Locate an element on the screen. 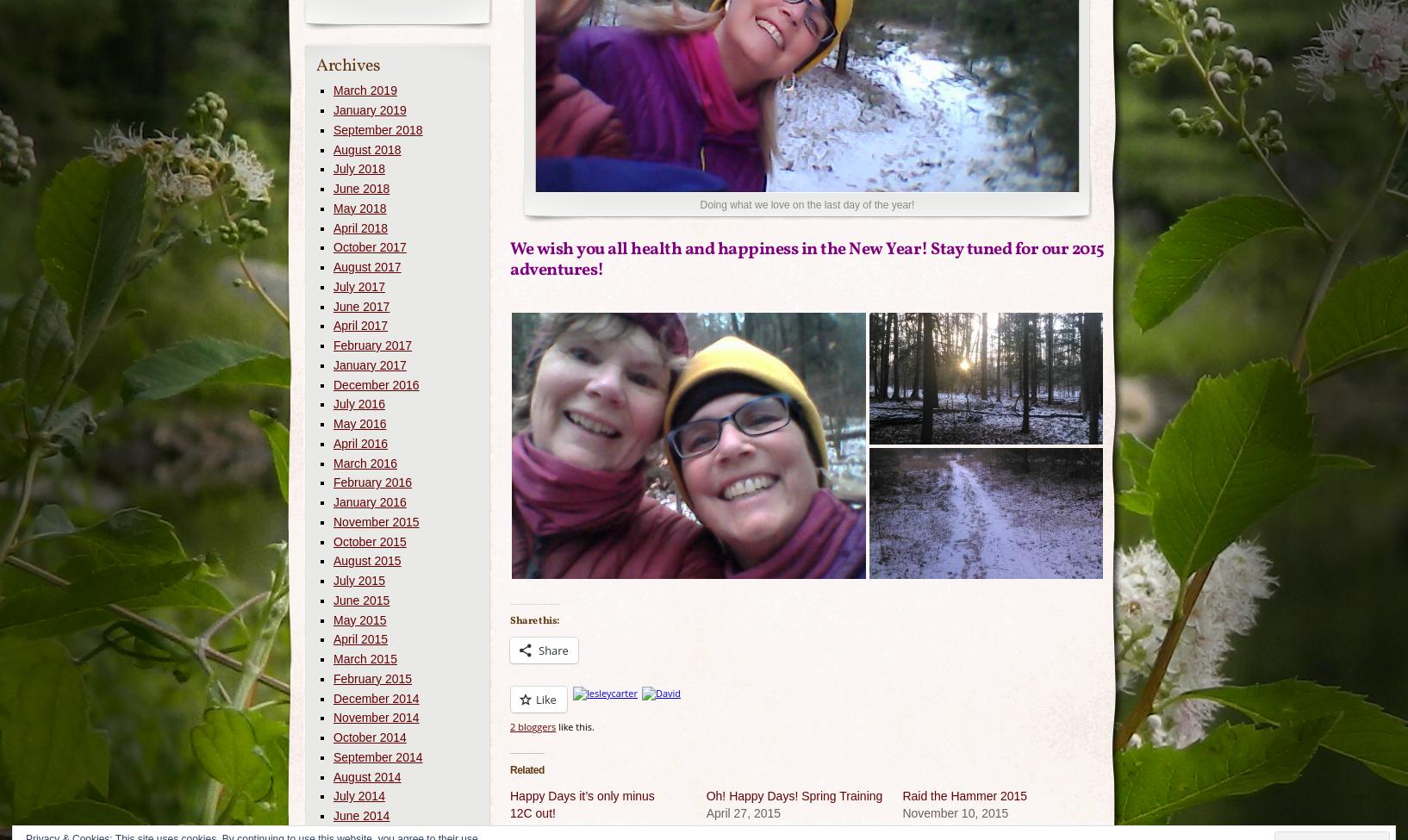  'June 2017' is located at coordinates (361, 304).